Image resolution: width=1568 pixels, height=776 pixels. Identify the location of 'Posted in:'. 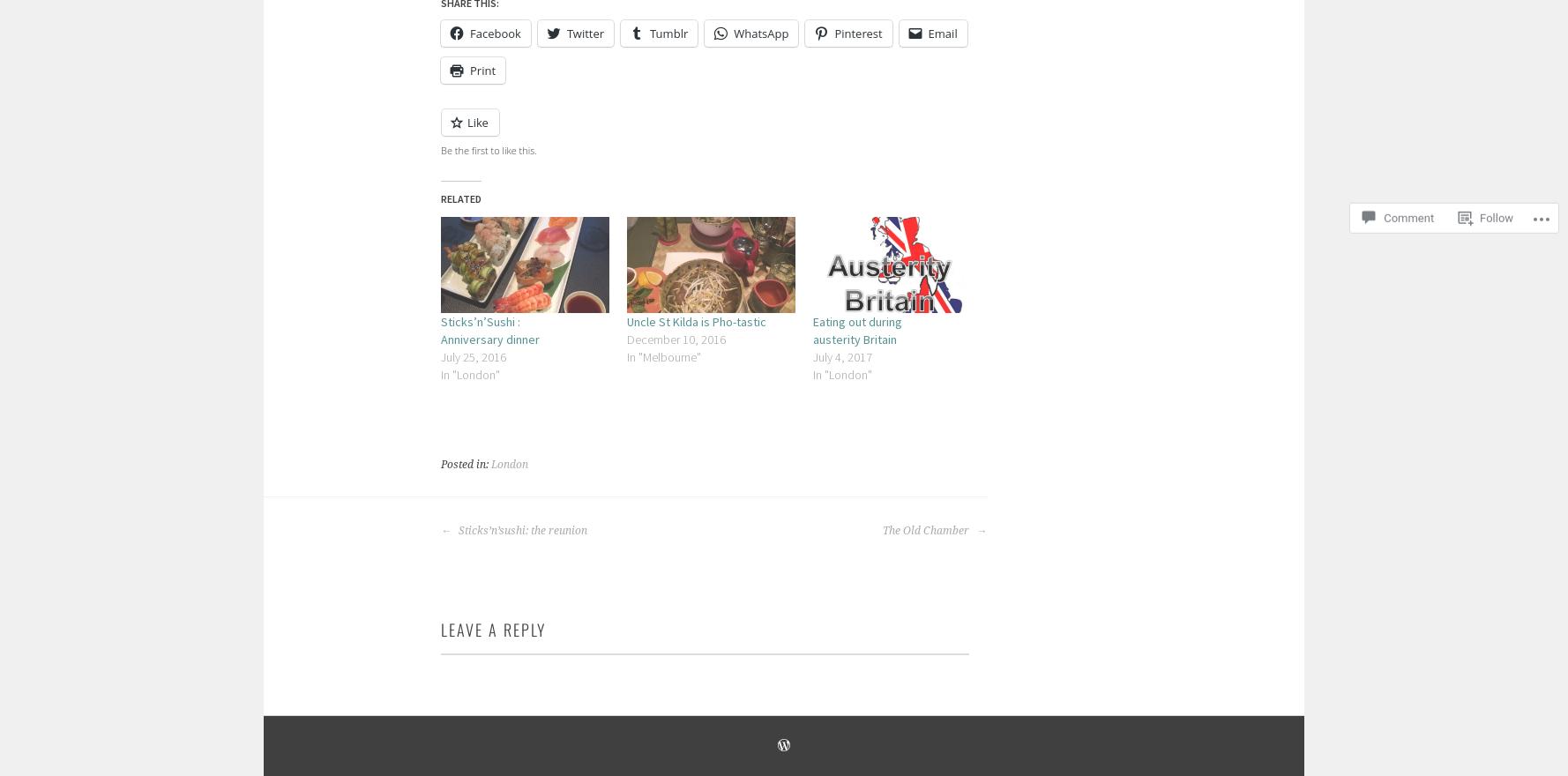
(439, 462).